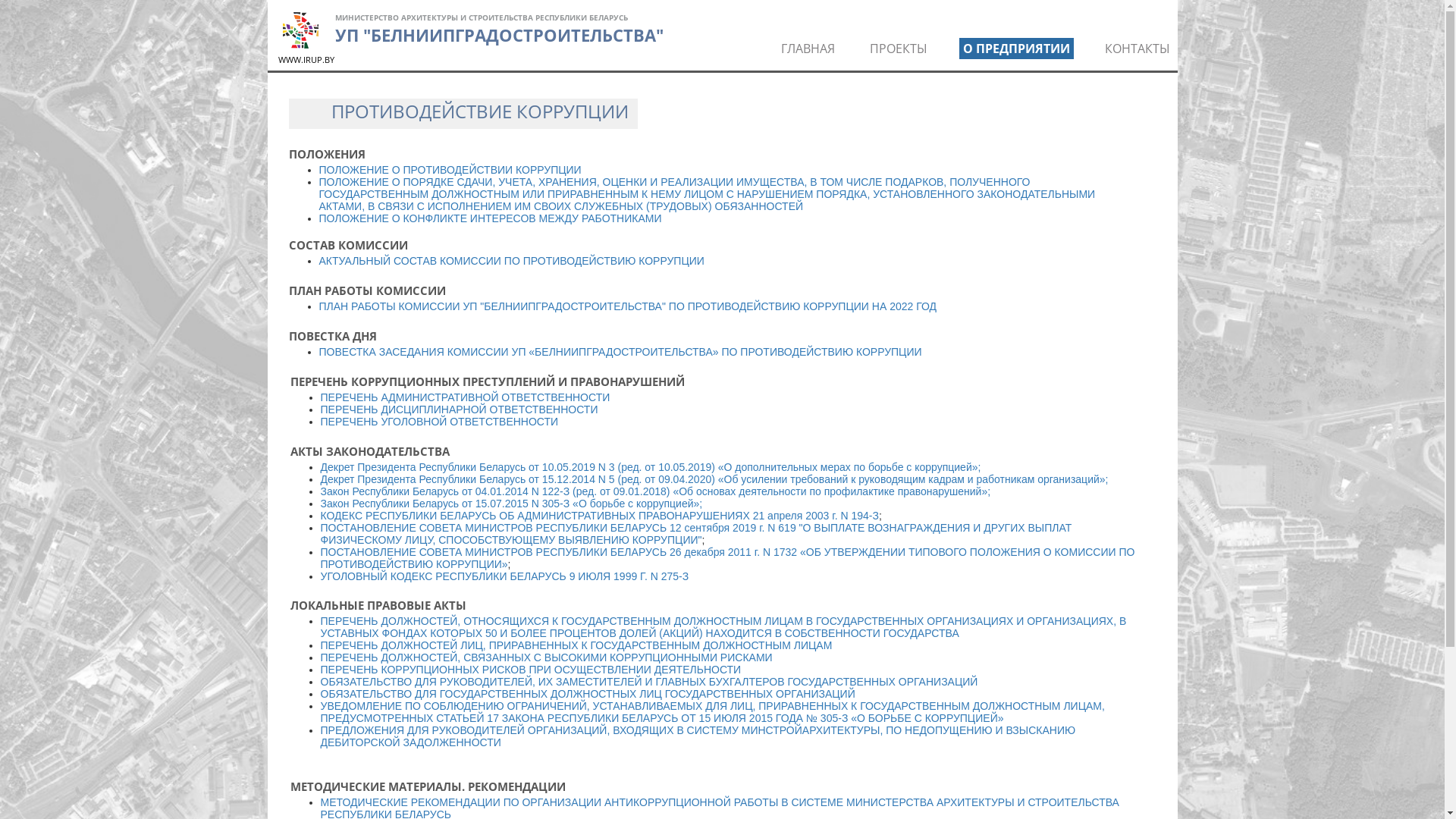 This screenshot has width=1456, height=819. What do you see at coordinates (300, 30) in the screenshot?
I see `'www.irup.by'` at bounding box center [300, 30].